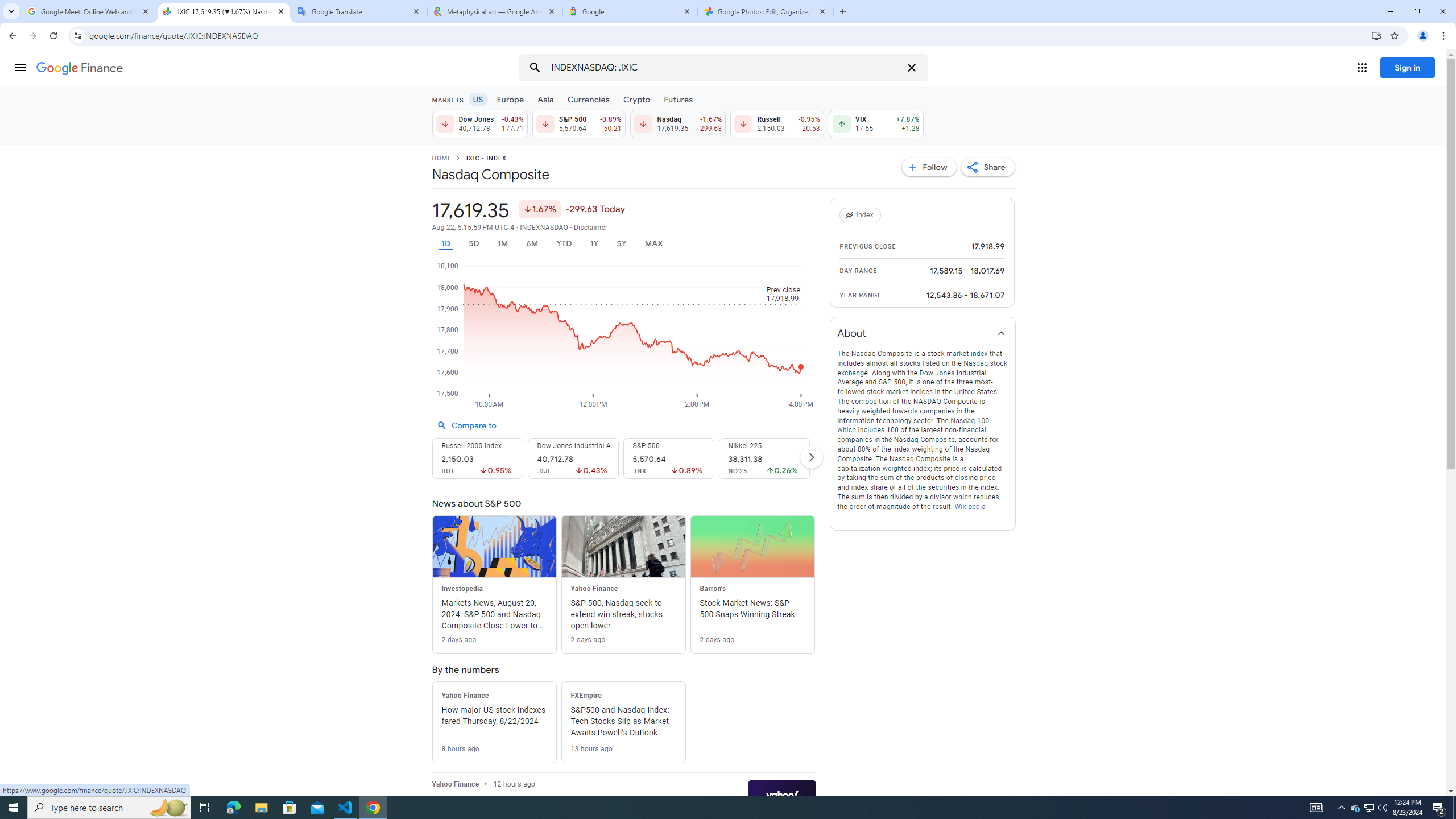 The image size is (1456, 819). I want to click on 'Index', so click(862, 215).